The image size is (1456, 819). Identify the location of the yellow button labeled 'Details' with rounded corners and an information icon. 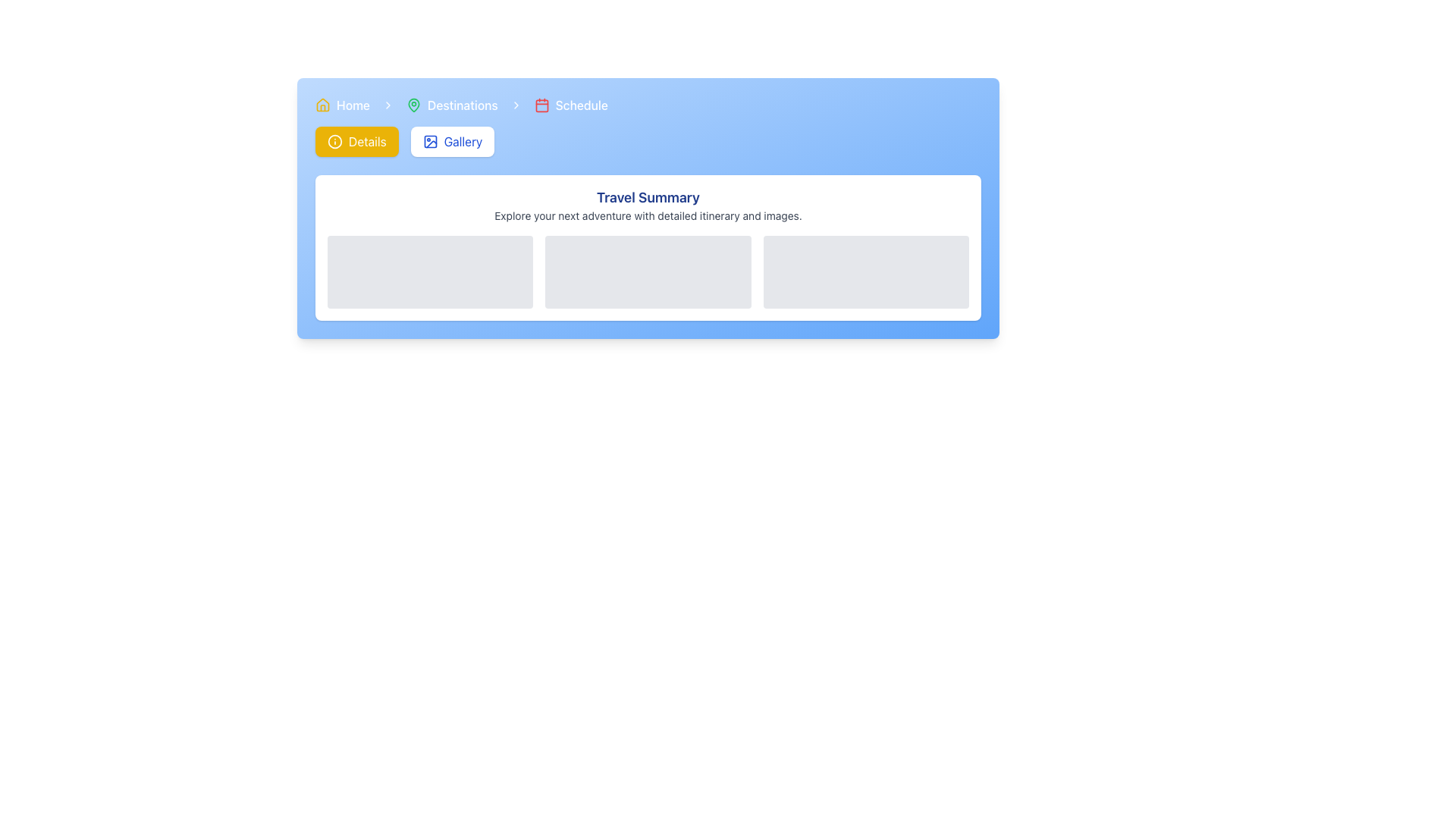
(356, 141).